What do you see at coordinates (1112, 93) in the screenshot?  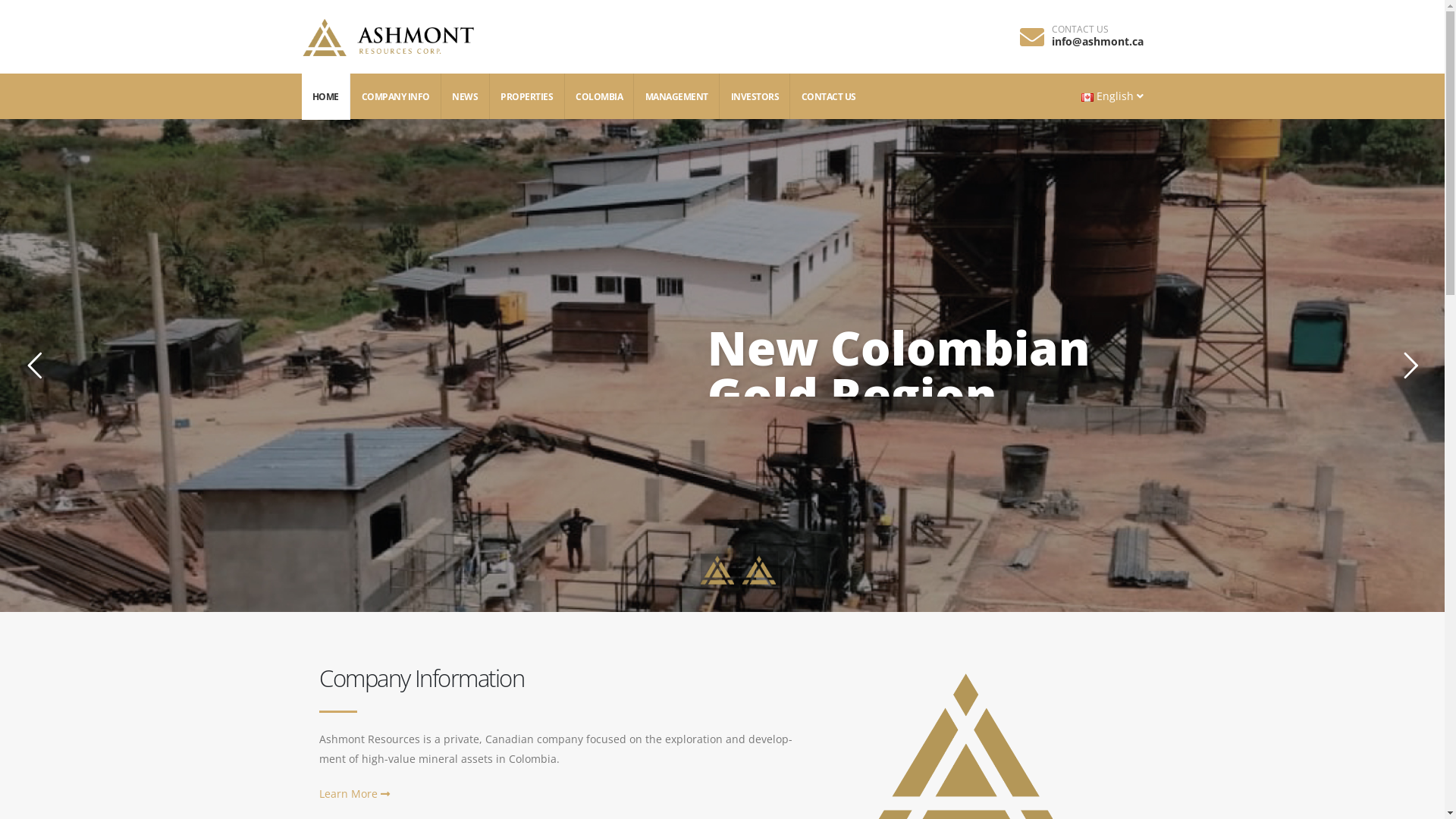 I see `'English'` at bounding box center [1112, 93].